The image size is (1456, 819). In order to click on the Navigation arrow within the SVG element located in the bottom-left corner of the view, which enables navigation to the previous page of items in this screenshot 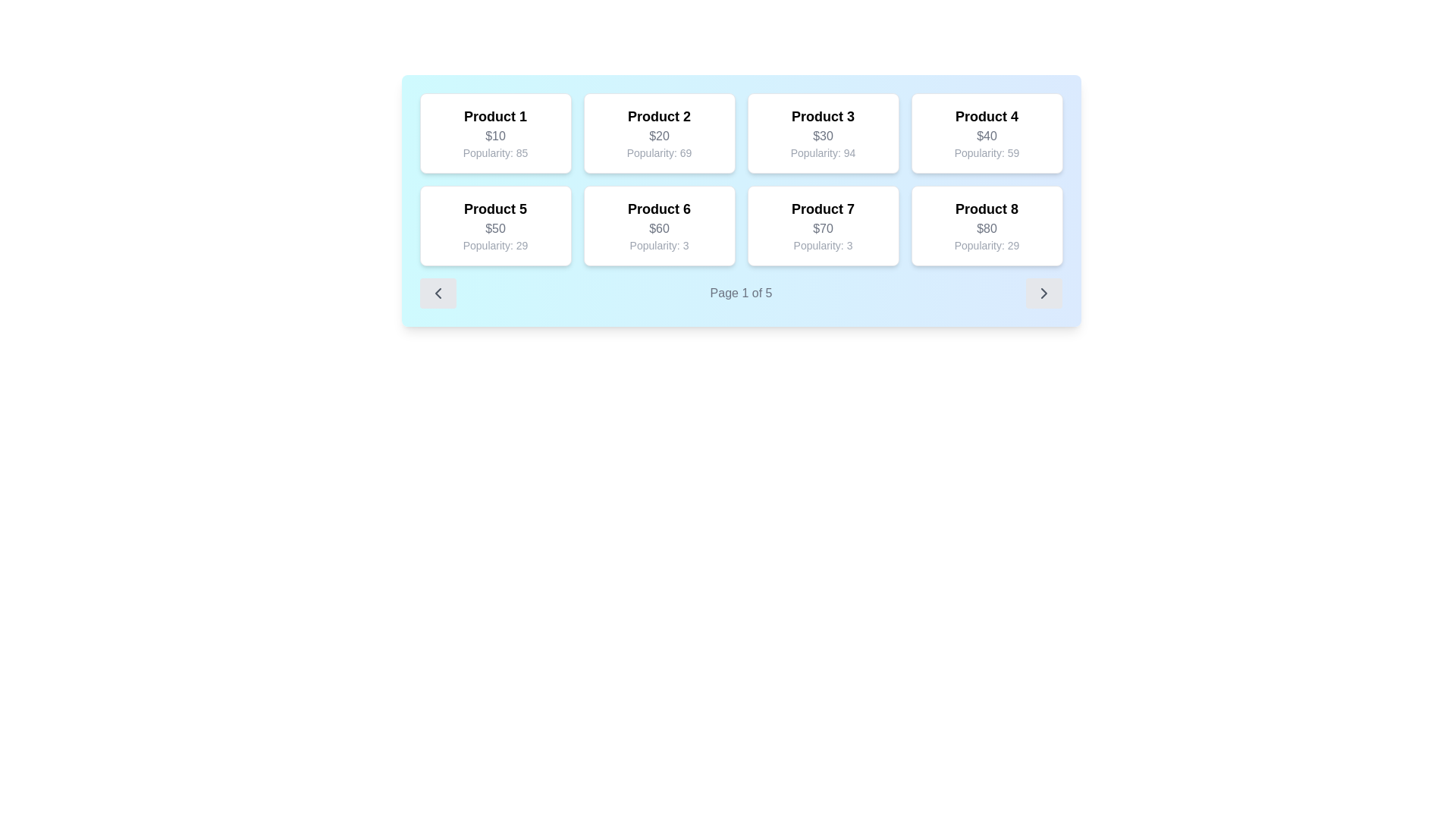, I will do `click(437, 293)`.